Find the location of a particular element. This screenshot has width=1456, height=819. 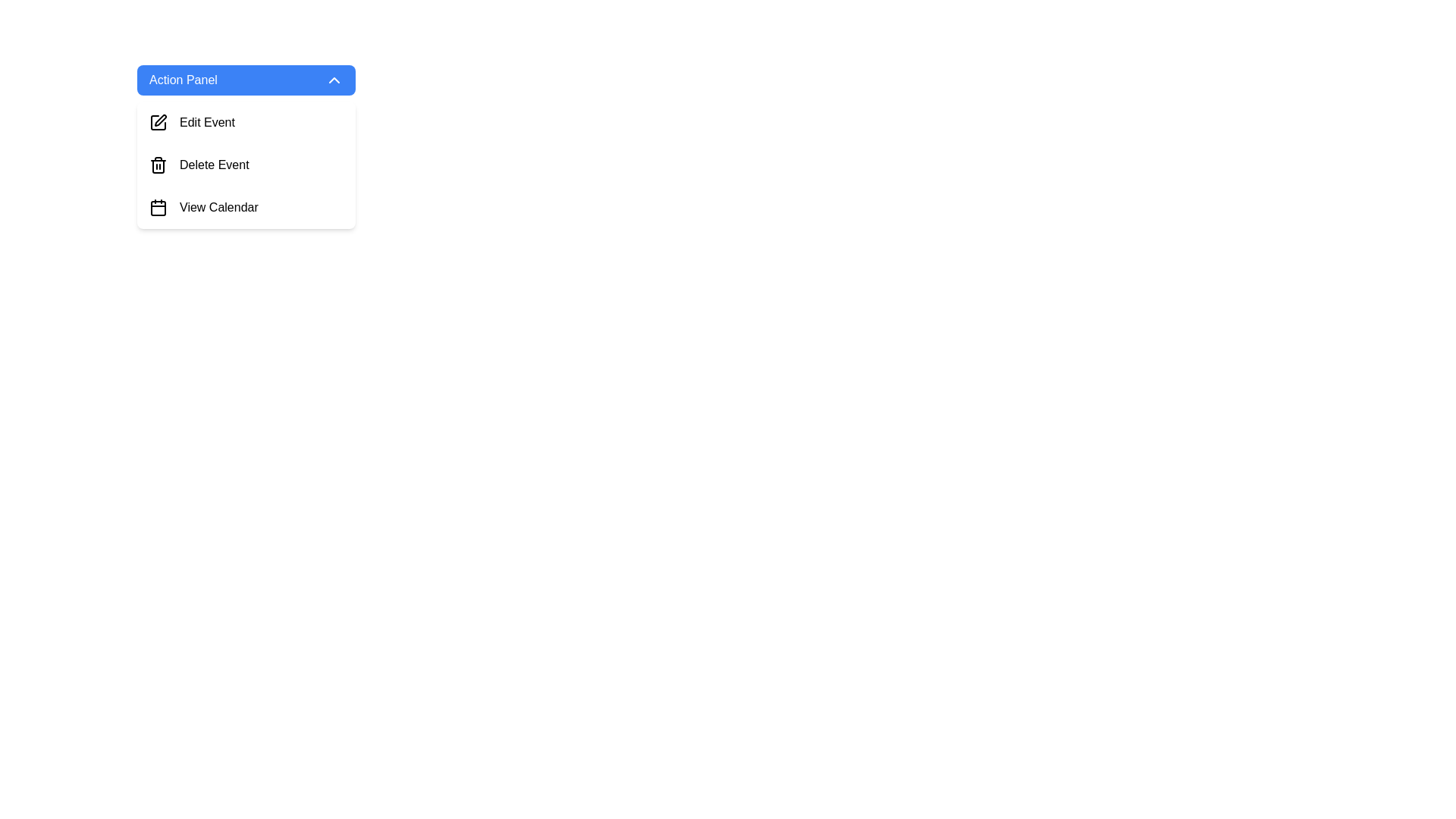

the 'Delete Event' clickable list item within the dropdown menu is located at coordinates (246, 146).